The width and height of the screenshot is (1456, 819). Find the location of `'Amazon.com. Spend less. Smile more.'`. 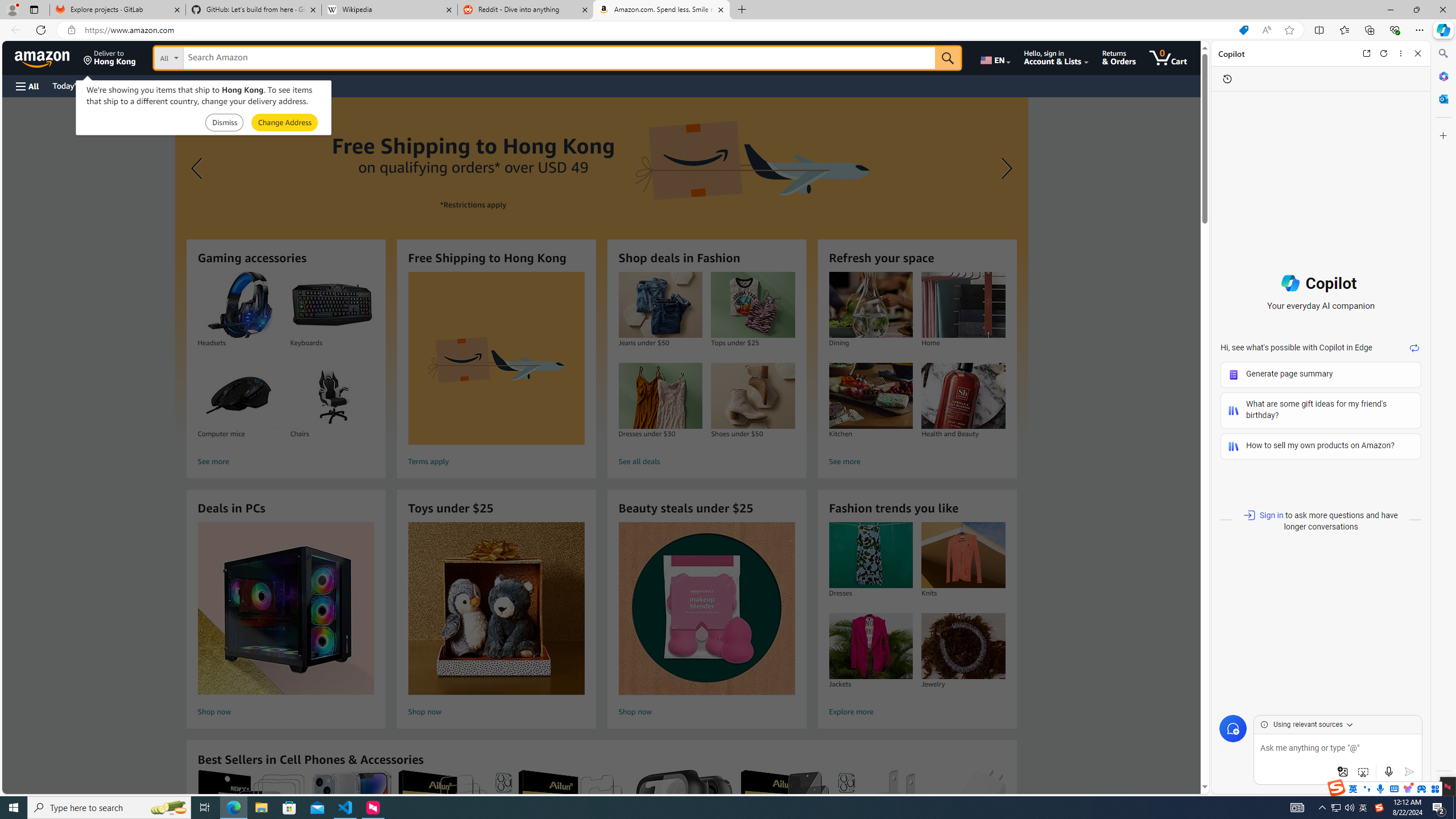

'Amazon.com. Spend less. Smile more.' is located at coordinates (660, 9).